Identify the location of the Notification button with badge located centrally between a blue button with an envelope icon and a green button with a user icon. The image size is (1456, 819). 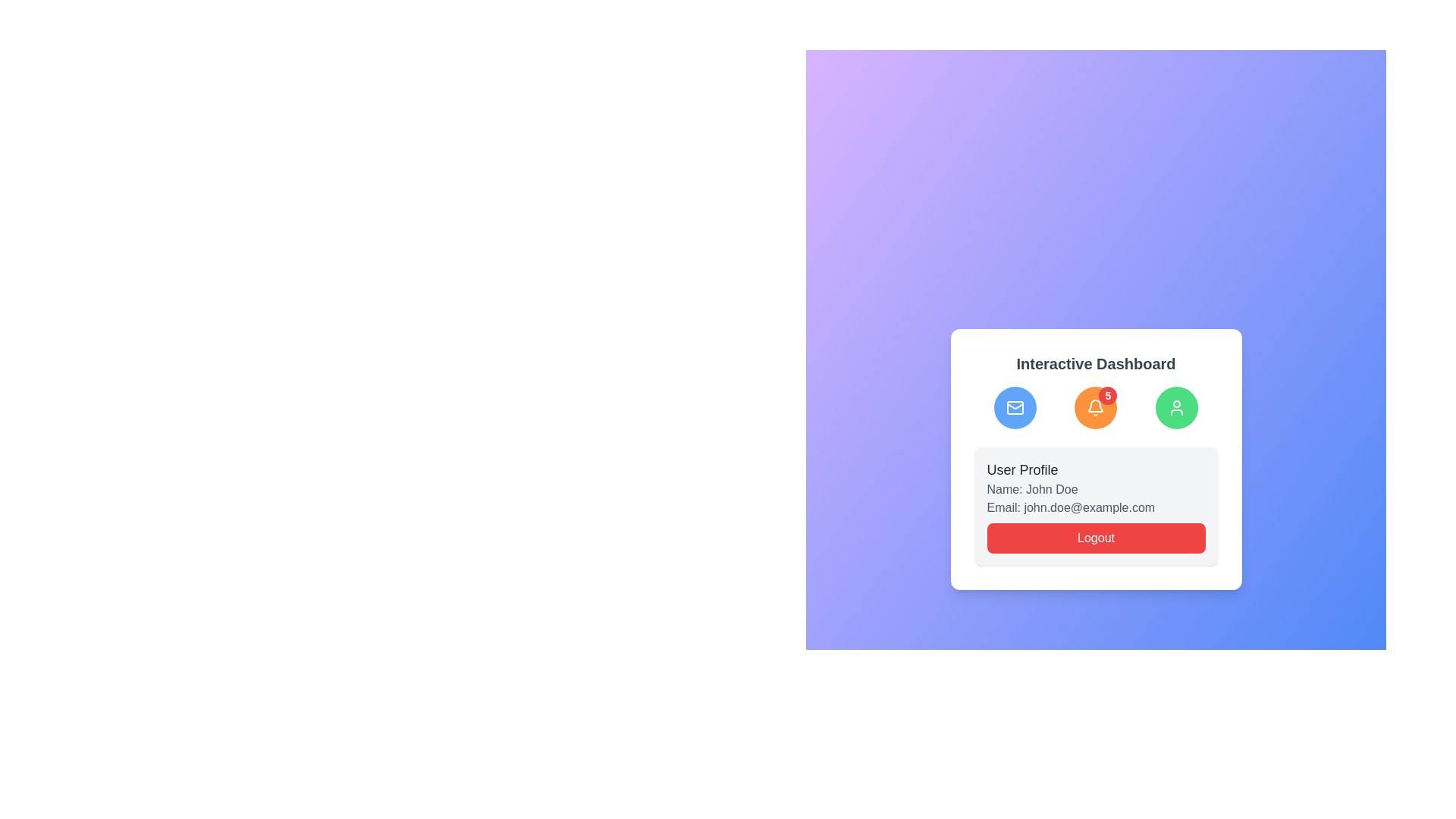
(1096, 406).